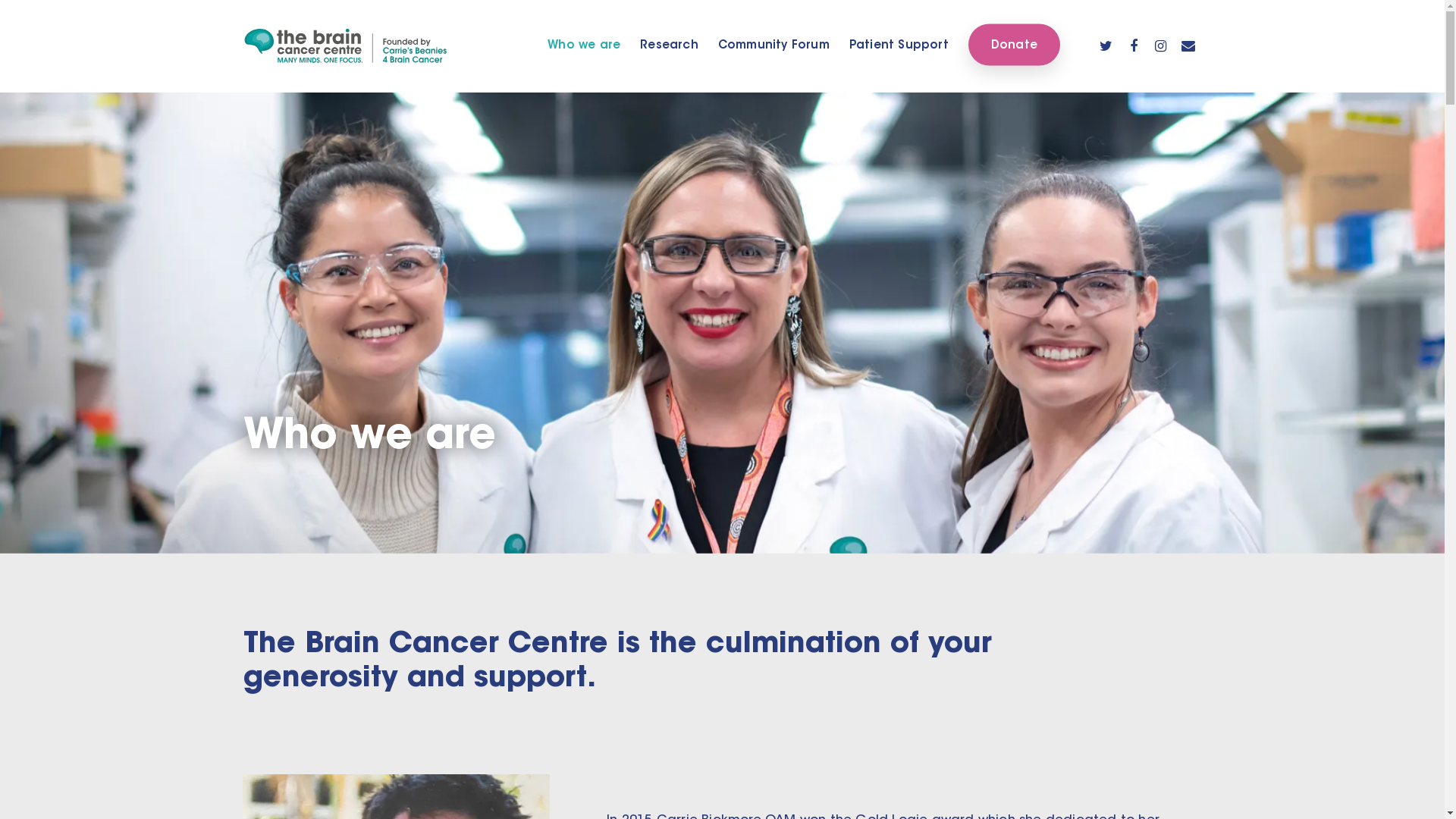  I want to click on 'facebook', so click(1133, 45).